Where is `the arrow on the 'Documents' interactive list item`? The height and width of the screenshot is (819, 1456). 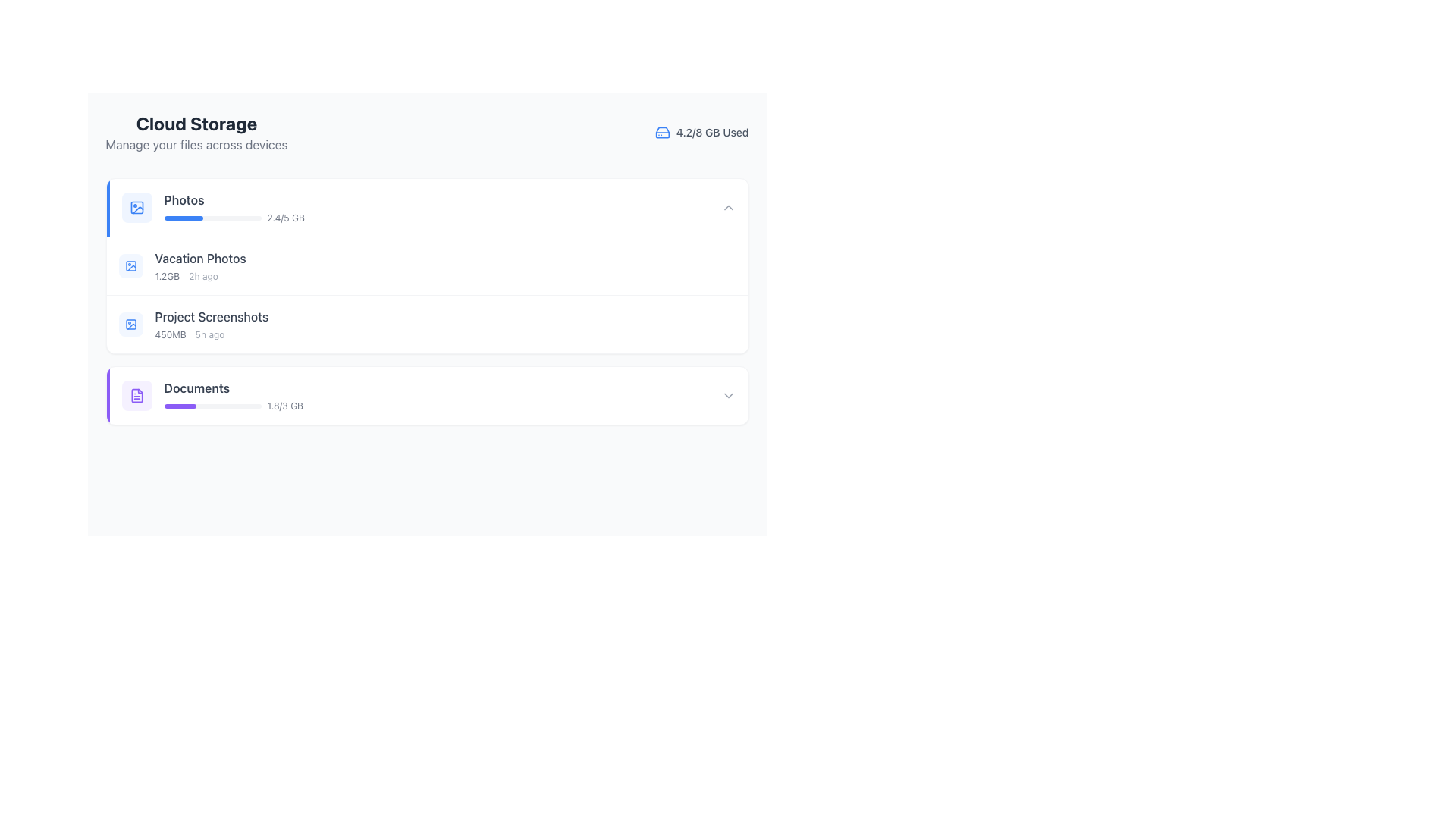
the arrow on the 'Documents' interactive list item is located at coordinates (426, 394).